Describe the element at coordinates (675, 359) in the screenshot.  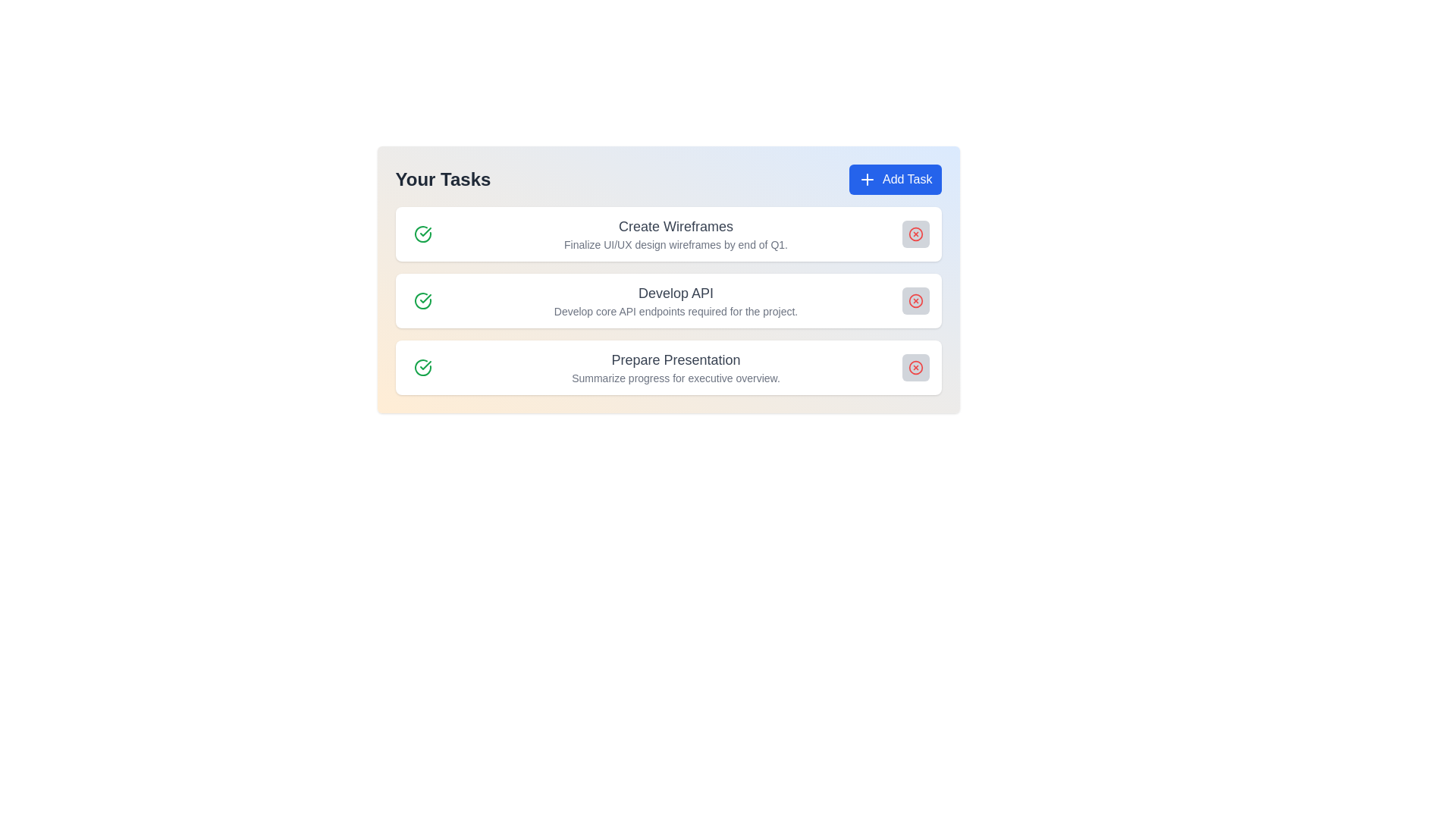
I see `the static text label displaying 'Prepare Presentation', which is in a medium-sized, gray-colored, bold font, located in the lower task entry of the task list` at that location.